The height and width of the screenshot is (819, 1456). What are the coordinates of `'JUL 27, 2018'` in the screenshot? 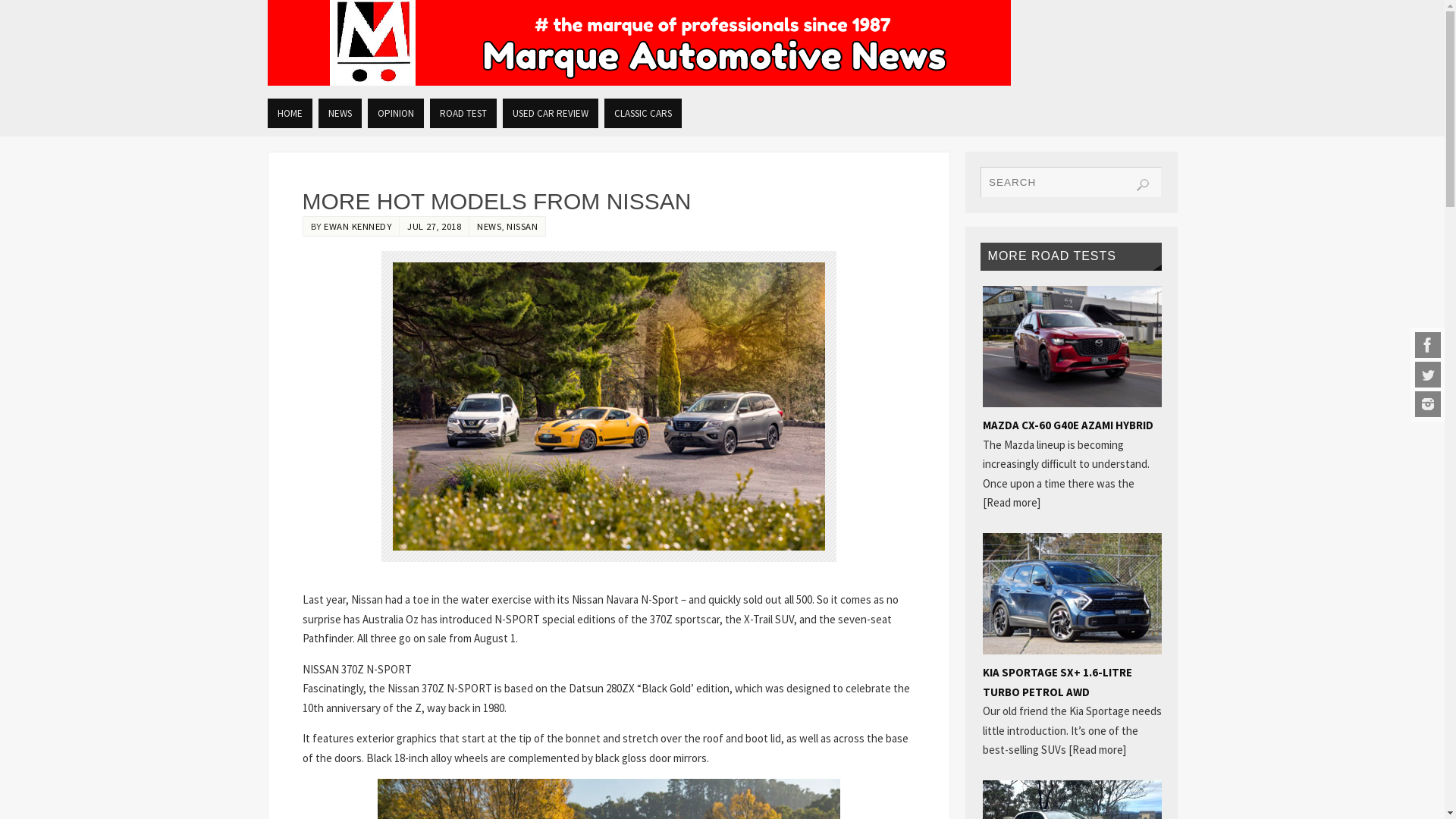 It's located at (433, 225).